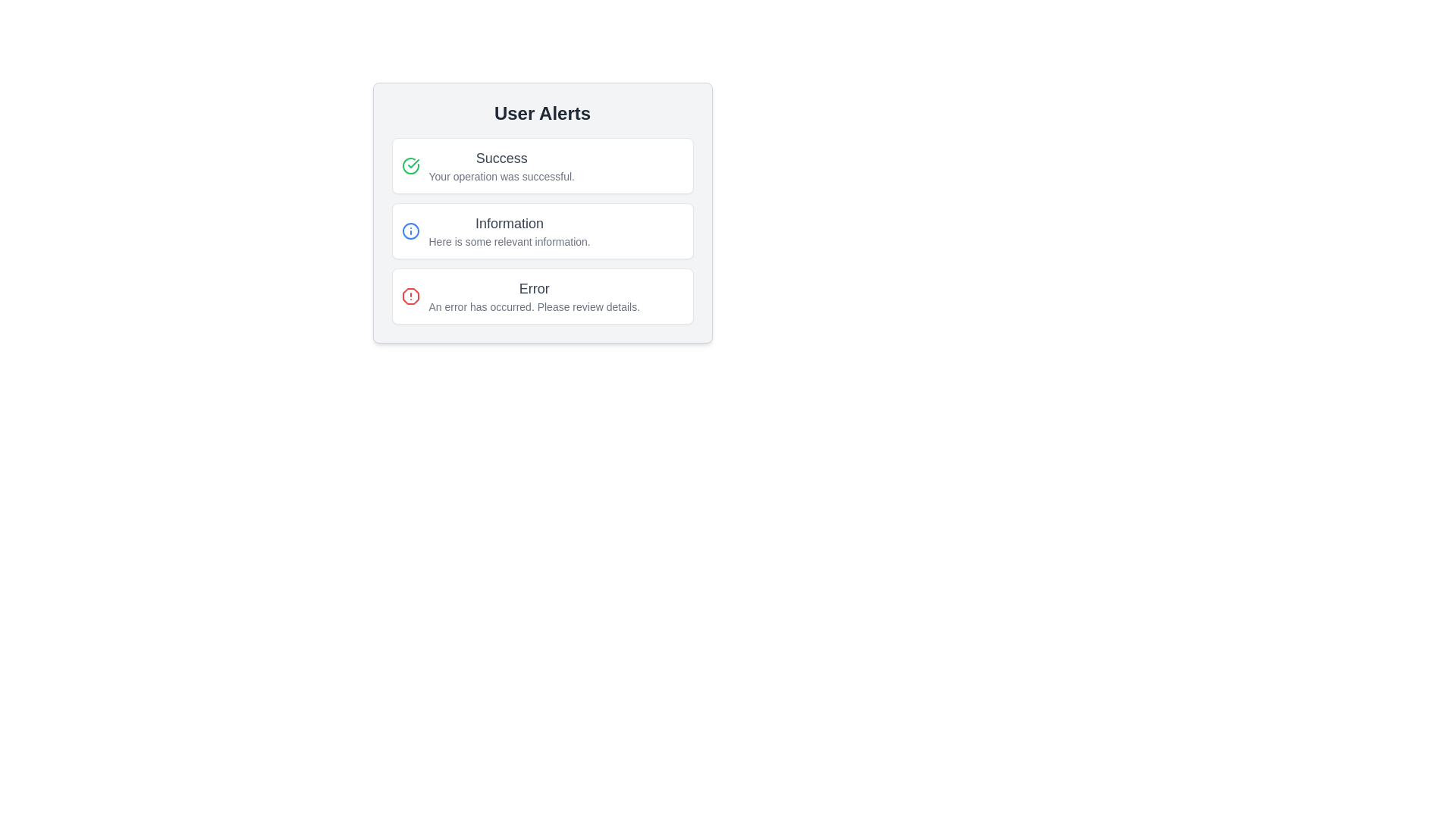 The width and height of the screenshot is (1456, 819). What do you see at coordinates (510, 241) in the screenshot?
I see `descriptive text located beneath the 'Information' title in the 'User Alerts' panel` at bounding box center [510, 241].